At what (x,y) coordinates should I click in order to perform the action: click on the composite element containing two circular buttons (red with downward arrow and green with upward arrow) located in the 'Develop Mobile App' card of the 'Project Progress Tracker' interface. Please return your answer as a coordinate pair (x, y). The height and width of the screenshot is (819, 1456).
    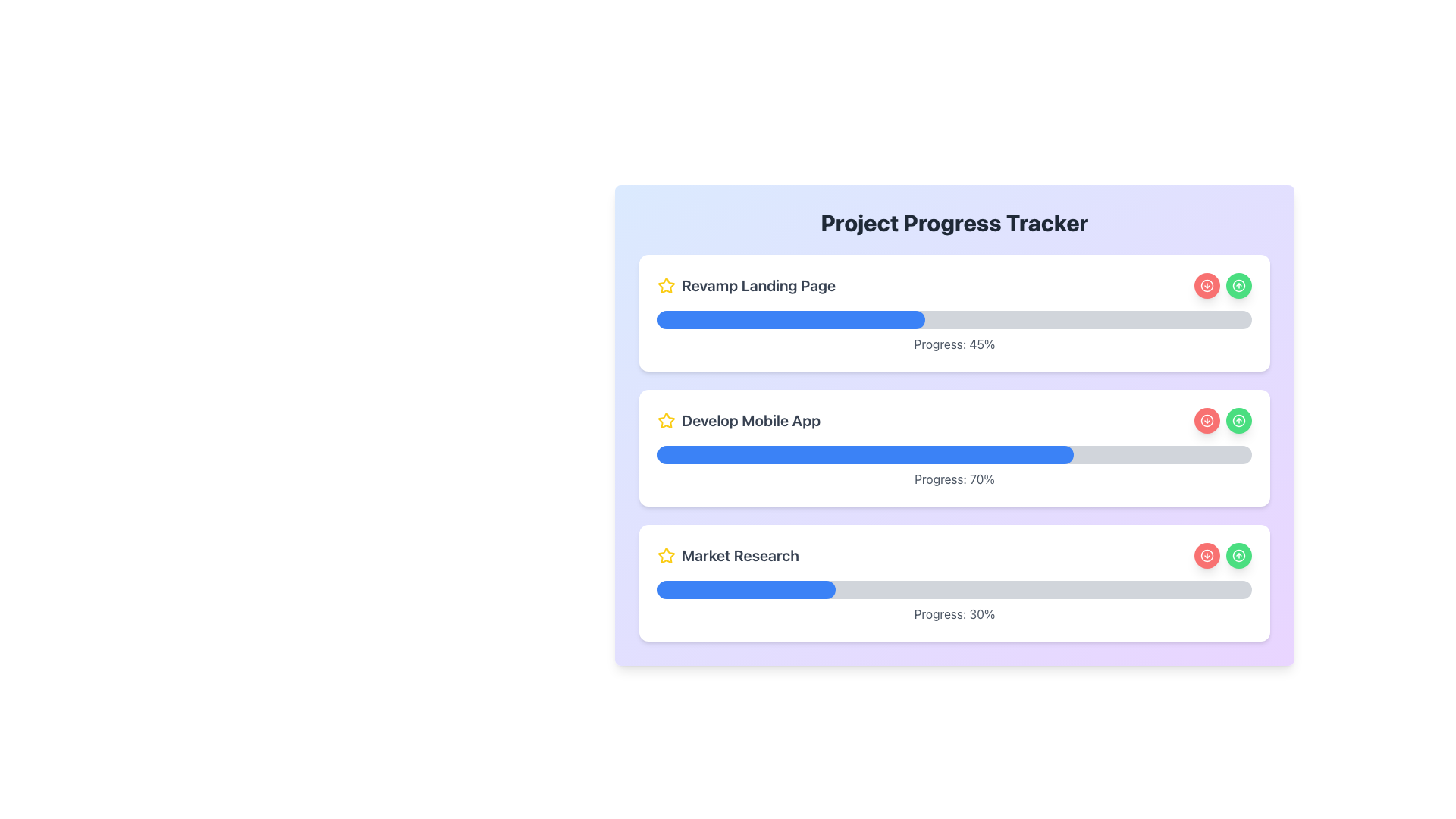
    Looking at the image, I should click on (1222, 421).